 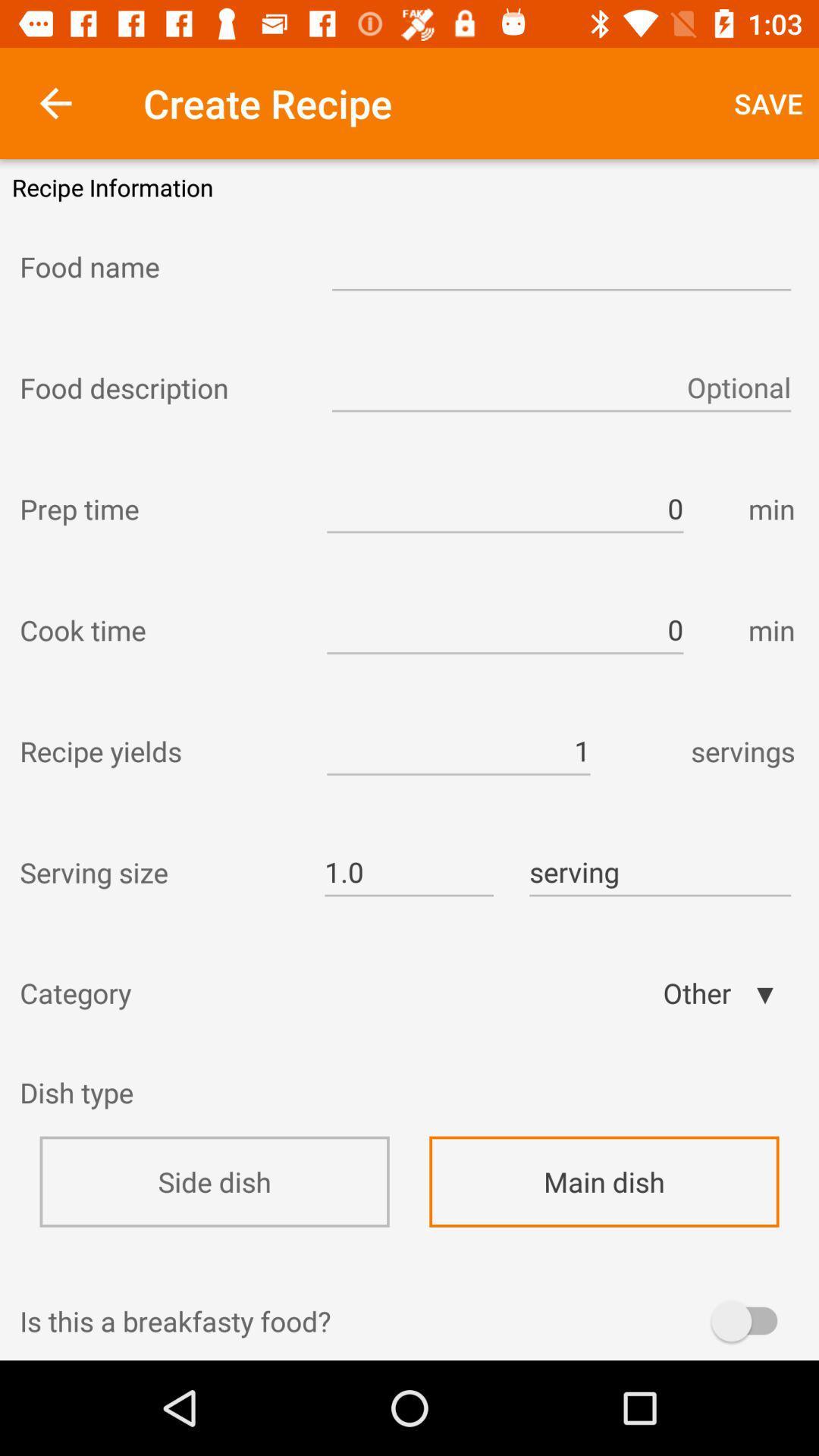 I want to click on the icon to the left of the 1.0, so click(x=158, y=872).